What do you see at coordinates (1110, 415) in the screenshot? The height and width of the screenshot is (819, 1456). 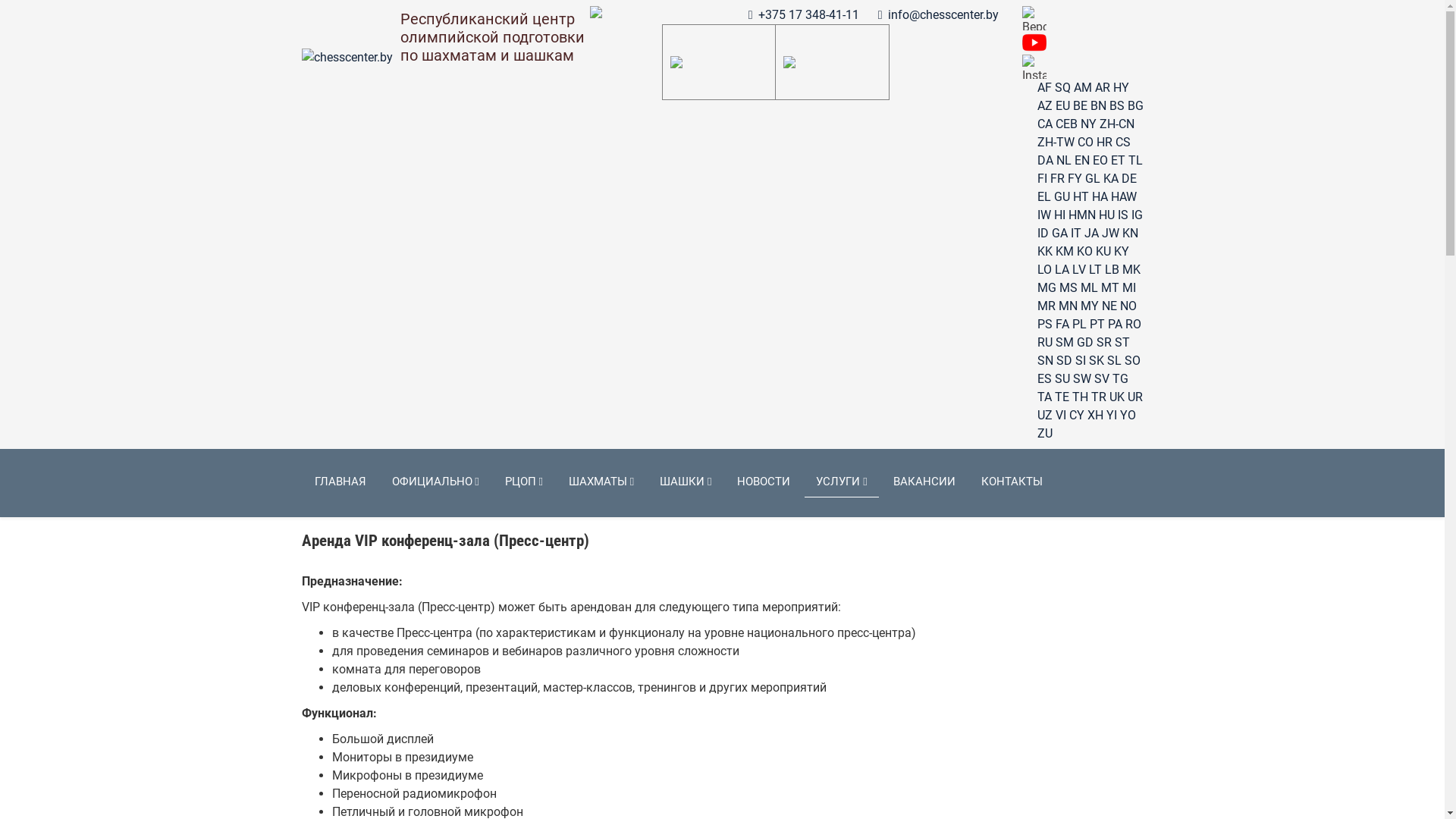 I see `'YI'` at bounding box center [1110, 415].